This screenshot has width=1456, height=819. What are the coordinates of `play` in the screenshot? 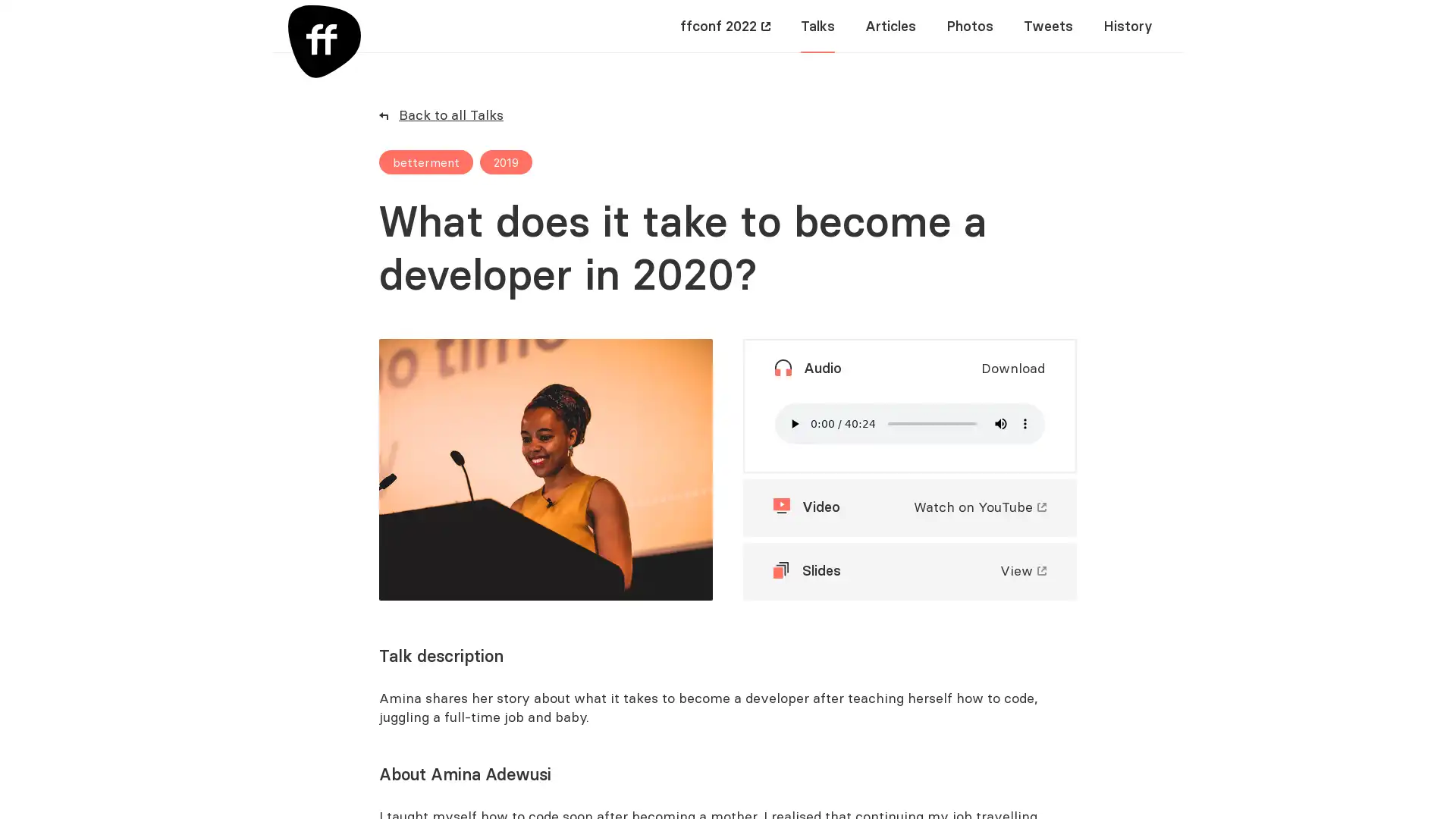 It's located at (793, 424).